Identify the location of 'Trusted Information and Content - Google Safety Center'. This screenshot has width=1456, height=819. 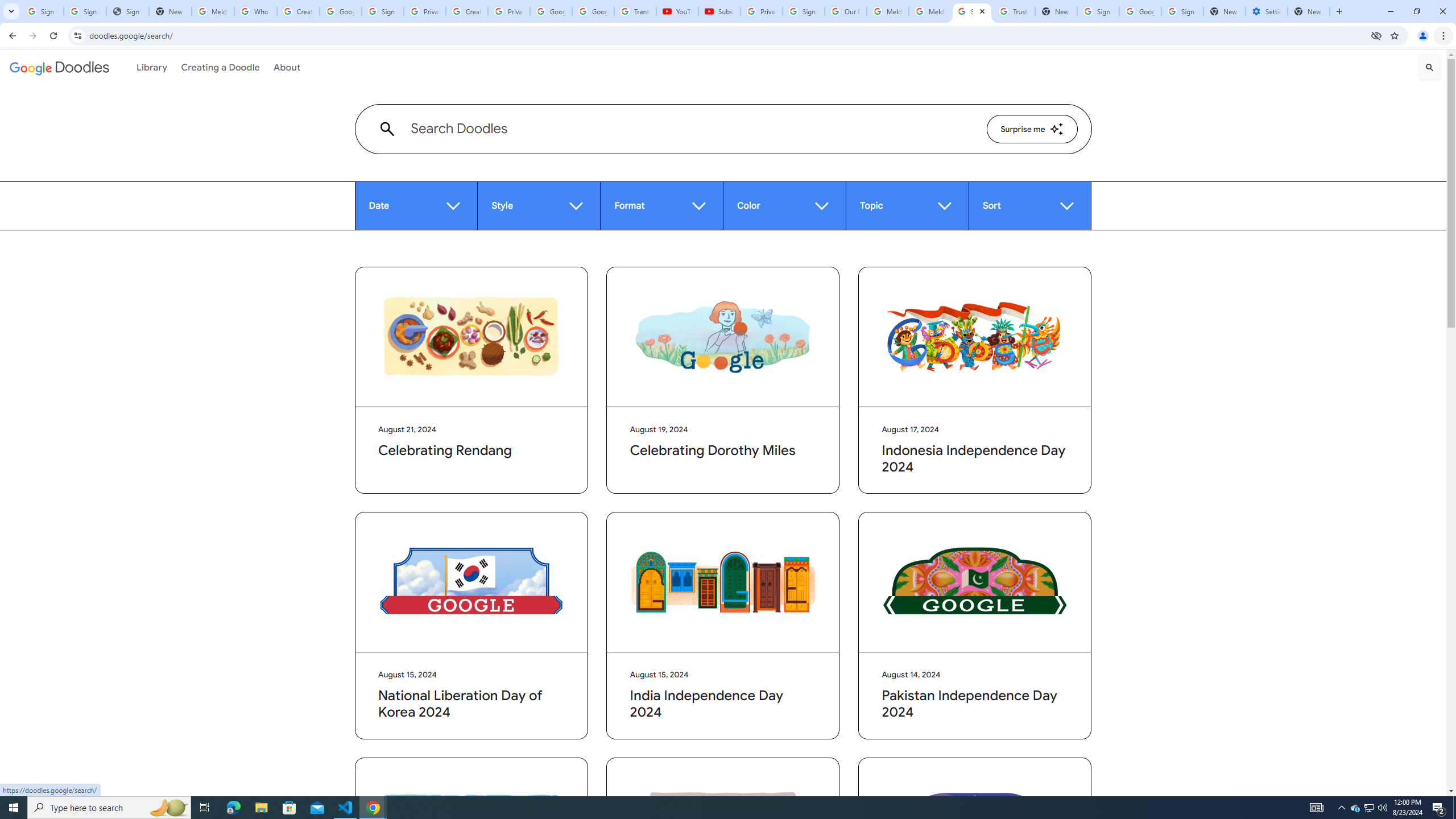
(1014, 11).